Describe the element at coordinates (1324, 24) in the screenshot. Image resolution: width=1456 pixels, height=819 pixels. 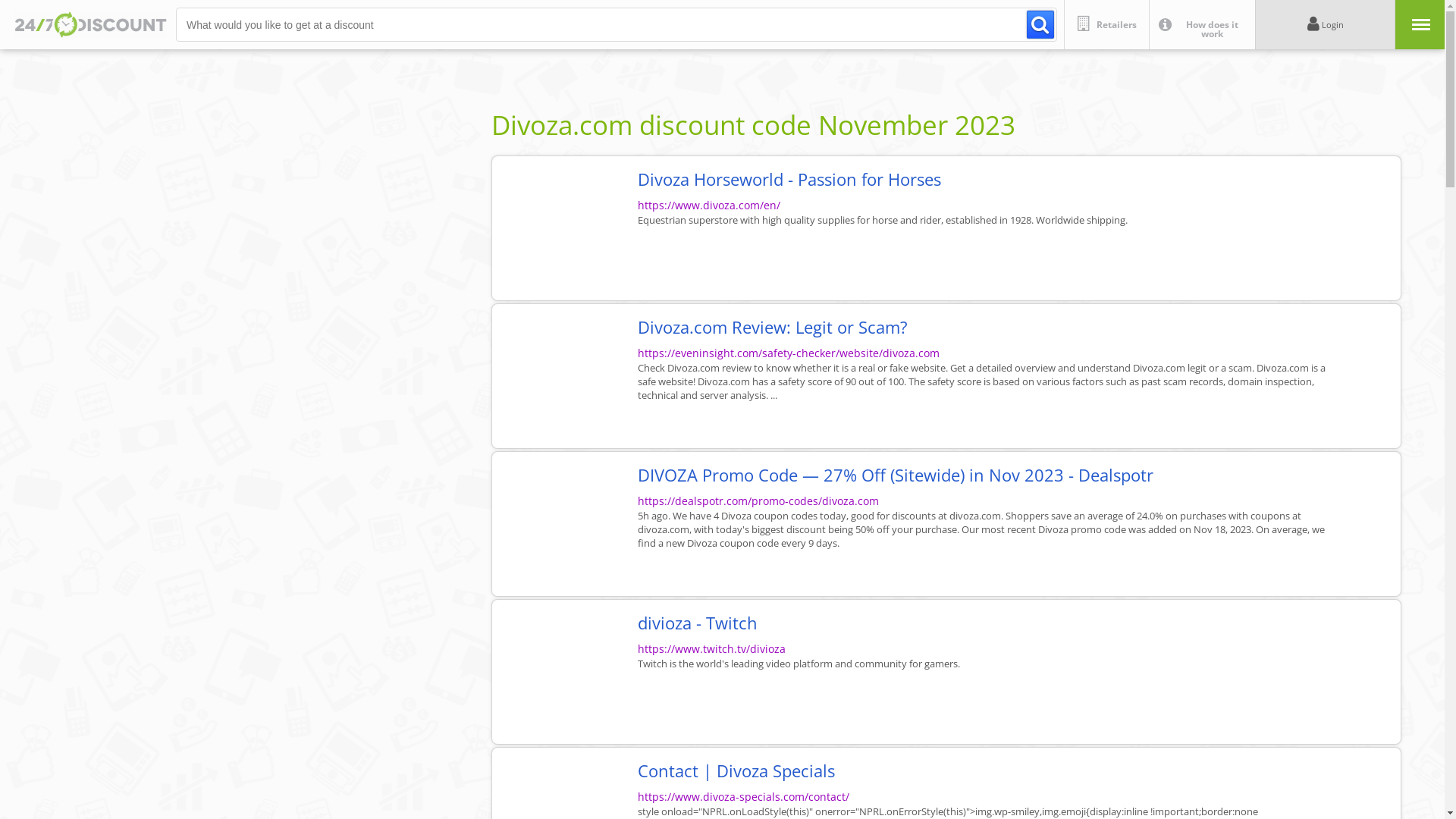
I see `'Login'` at that location.